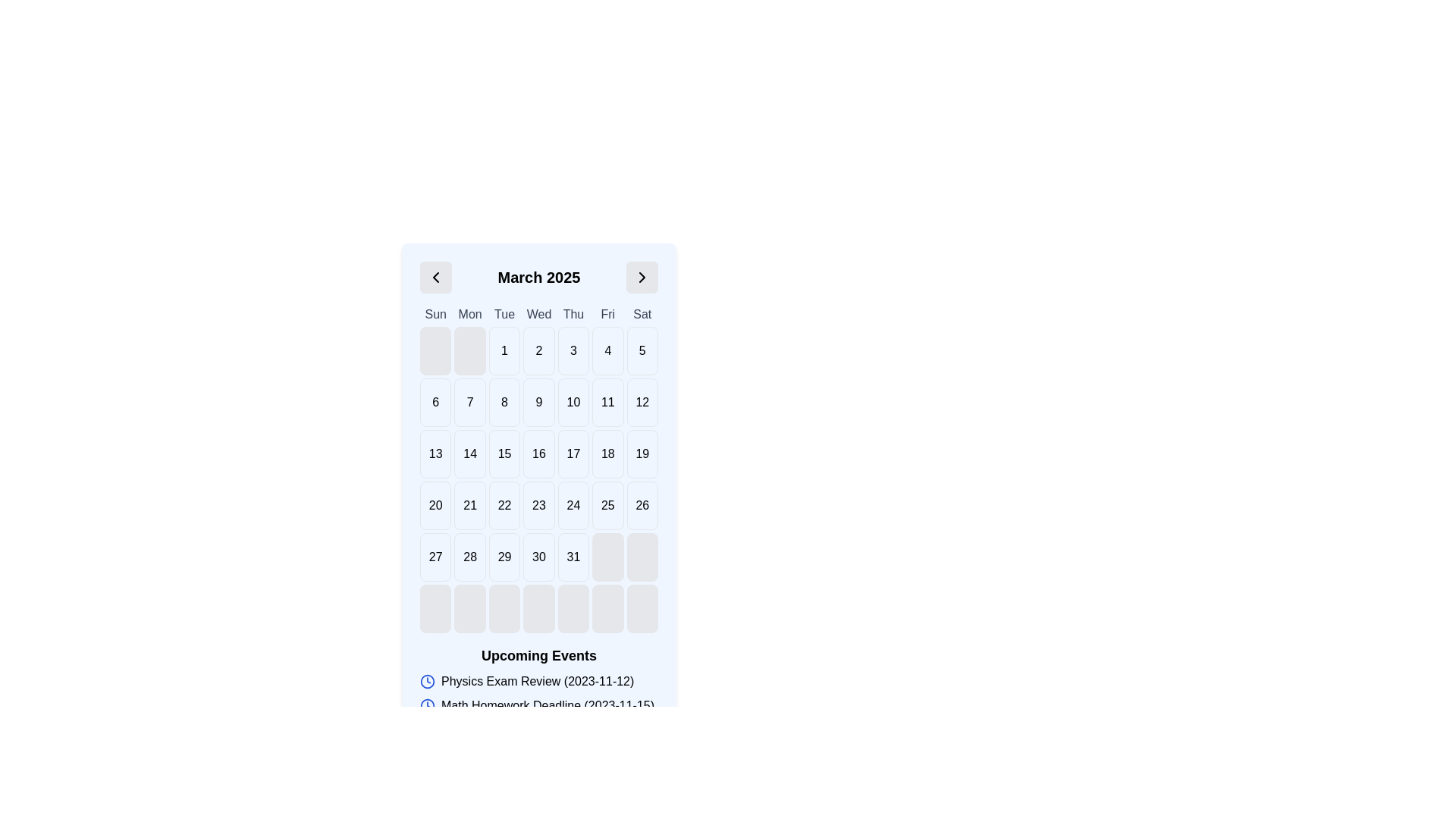 The height and width of the screenshot is (819, 1456). What do you see at coordinates (642, 278) in the screenshot?
I see `the rightward-facing arrow icon button located in the header of the calendar interface` at bounding box center [642, 278].